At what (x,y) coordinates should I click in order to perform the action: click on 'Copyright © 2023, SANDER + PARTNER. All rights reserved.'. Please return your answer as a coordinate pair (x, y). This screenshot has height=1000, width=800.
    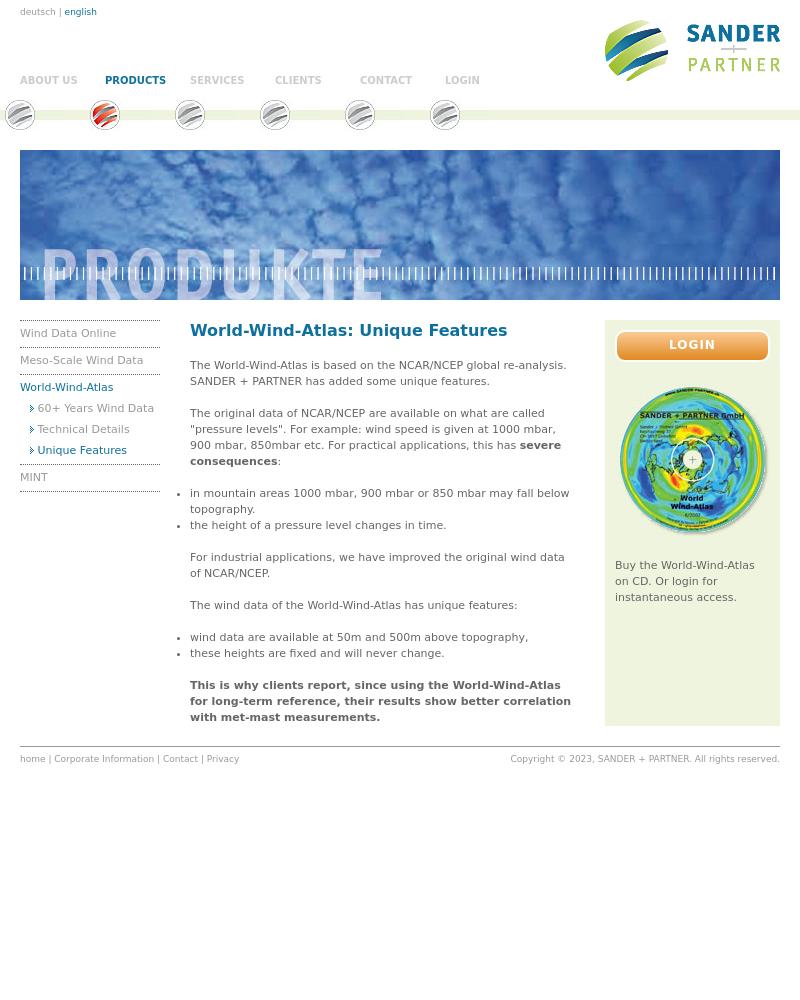
    Looking at the image, I should click on (643, 759).